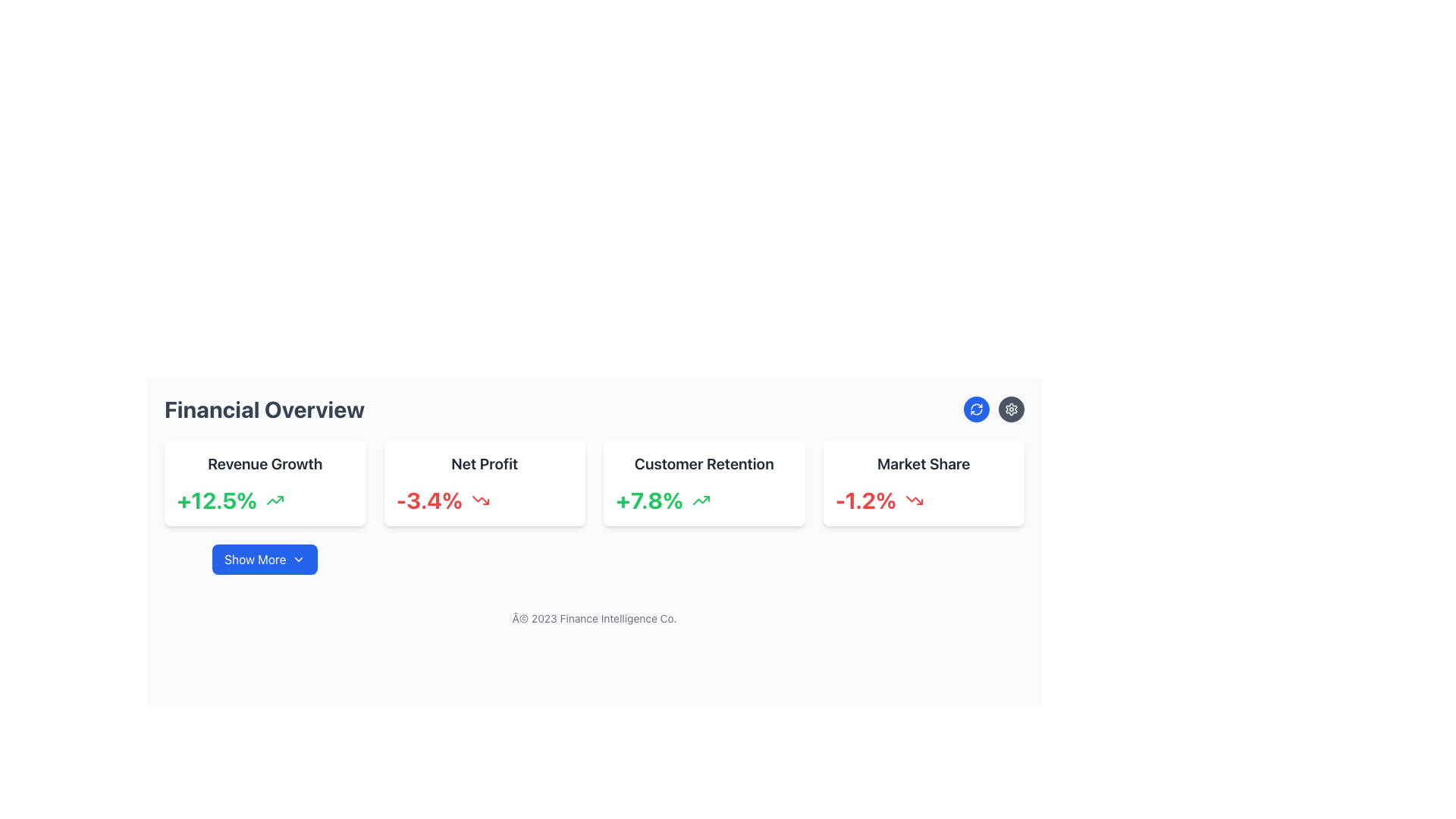  I want to click on the circular blue button with a white refresh icon located in the top-right corner of the interface to initiate a hover state, so click(976, 409).